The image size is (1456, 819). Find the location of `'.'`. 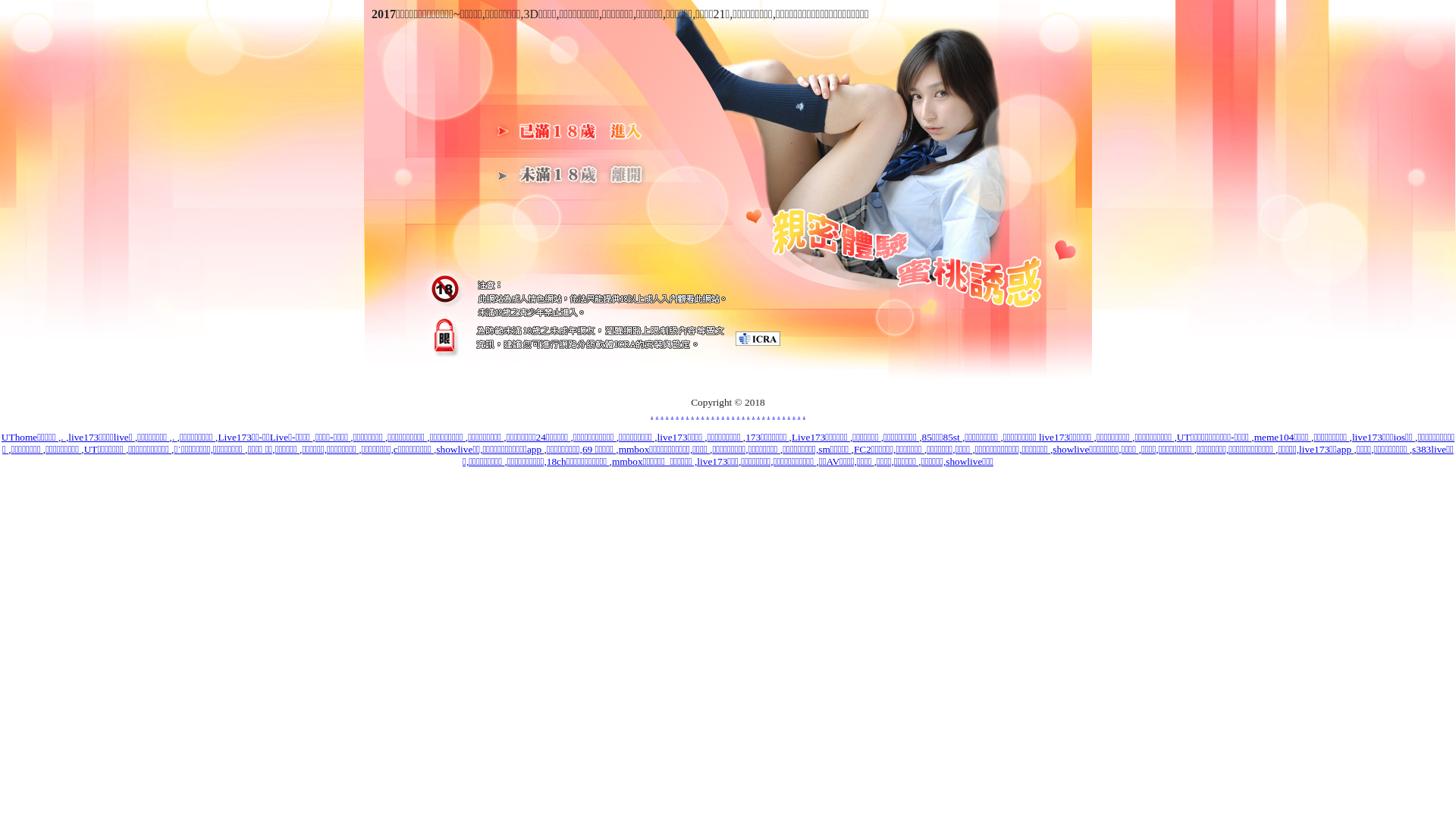

'.' is located at coordinates (61, 437).